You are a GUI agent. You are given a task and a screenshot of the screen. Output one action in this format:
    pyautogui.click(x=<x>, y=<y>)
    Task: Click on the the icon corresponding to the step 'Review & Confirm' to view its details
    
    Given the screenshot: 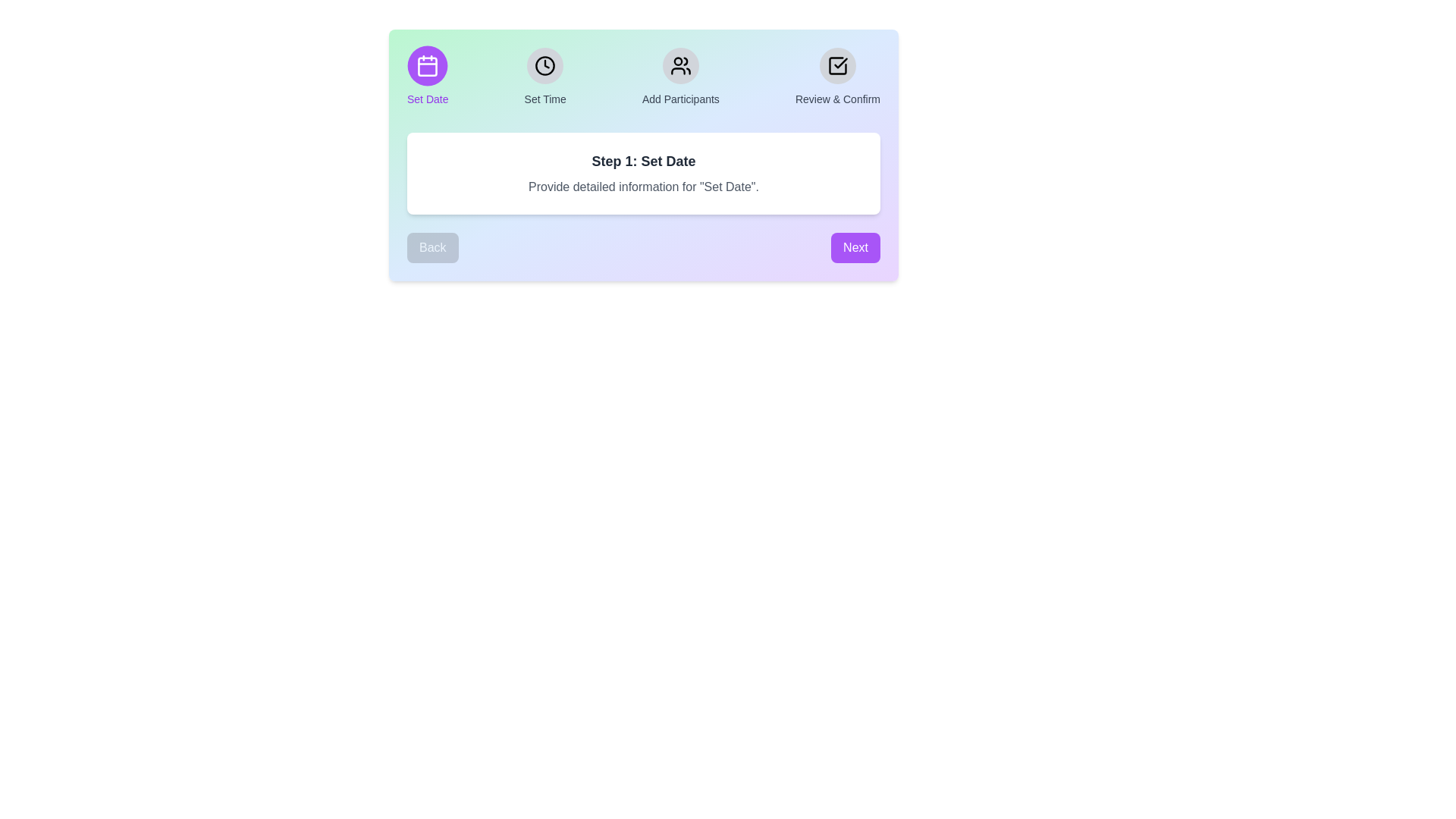 What is the action you would take?
    pyautogui.click(x=836, y=65)
    